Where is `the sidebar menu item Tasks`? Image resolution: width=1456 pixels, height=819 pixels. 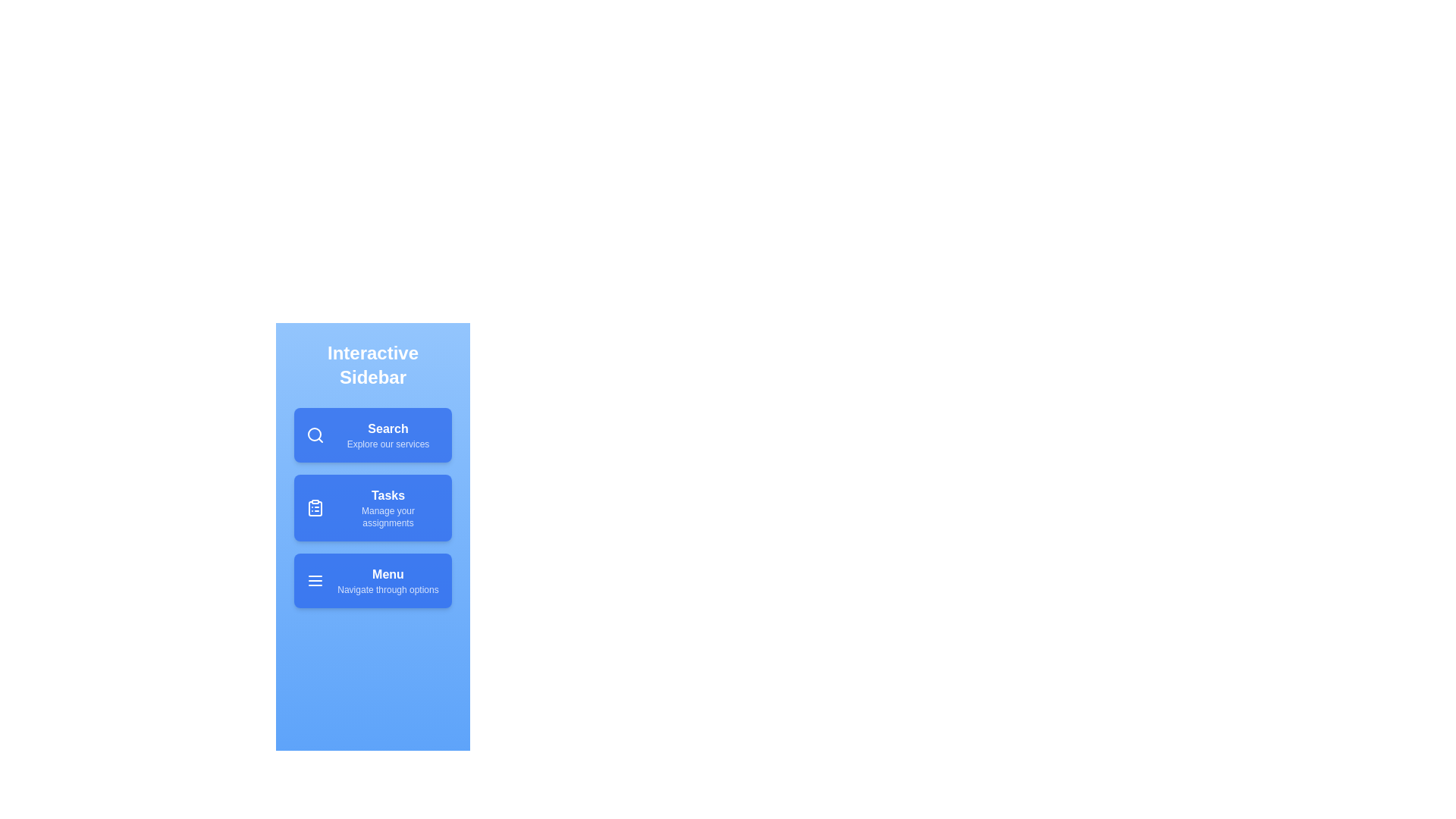 the sidebar menu item Tasks is located at coordinates (372, 508).